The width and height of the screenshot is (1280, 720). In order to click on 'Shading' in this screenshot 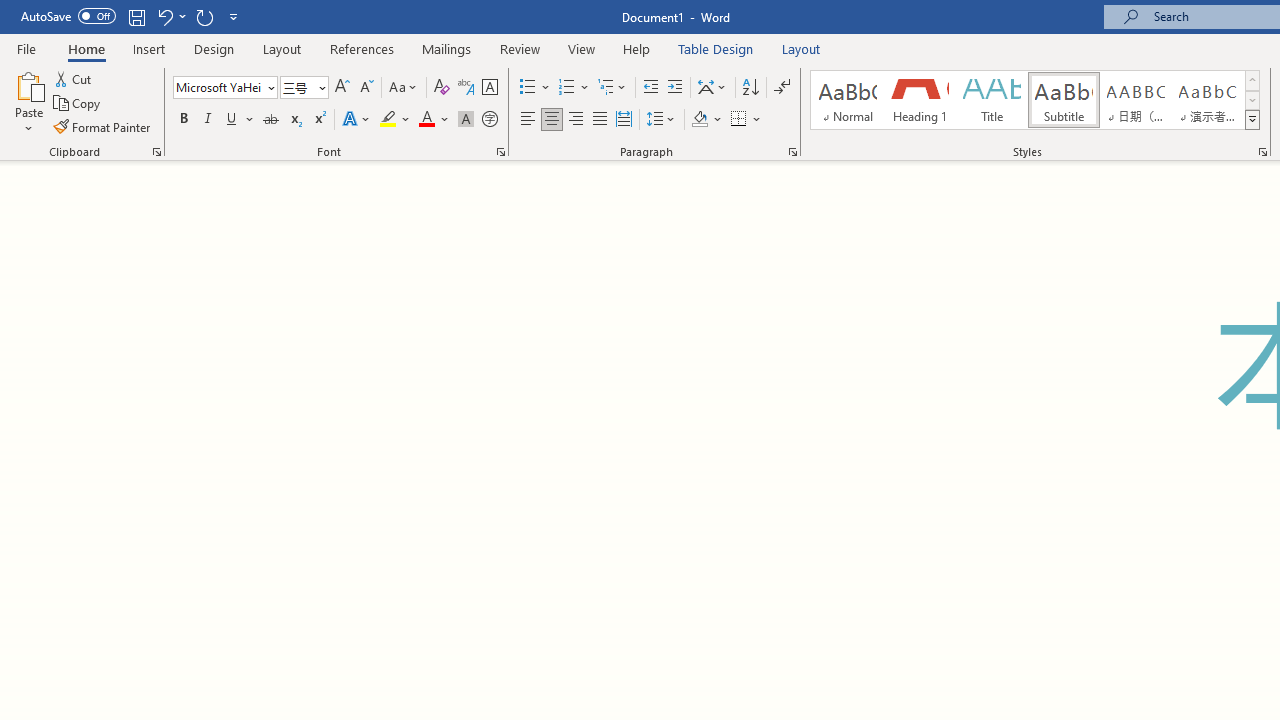, I will do `click(707, 119)`.